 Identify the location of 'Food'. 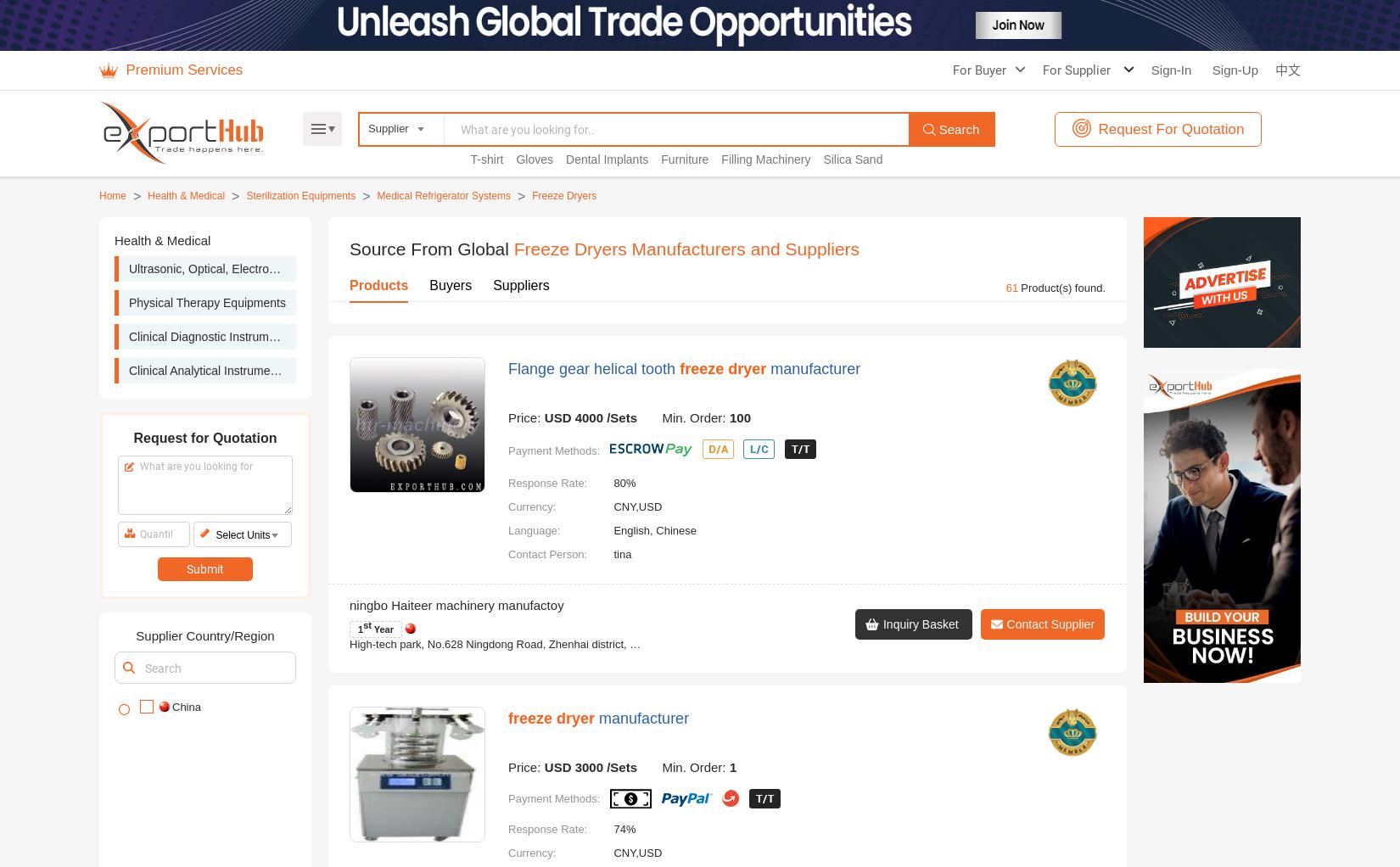
(527, 281).